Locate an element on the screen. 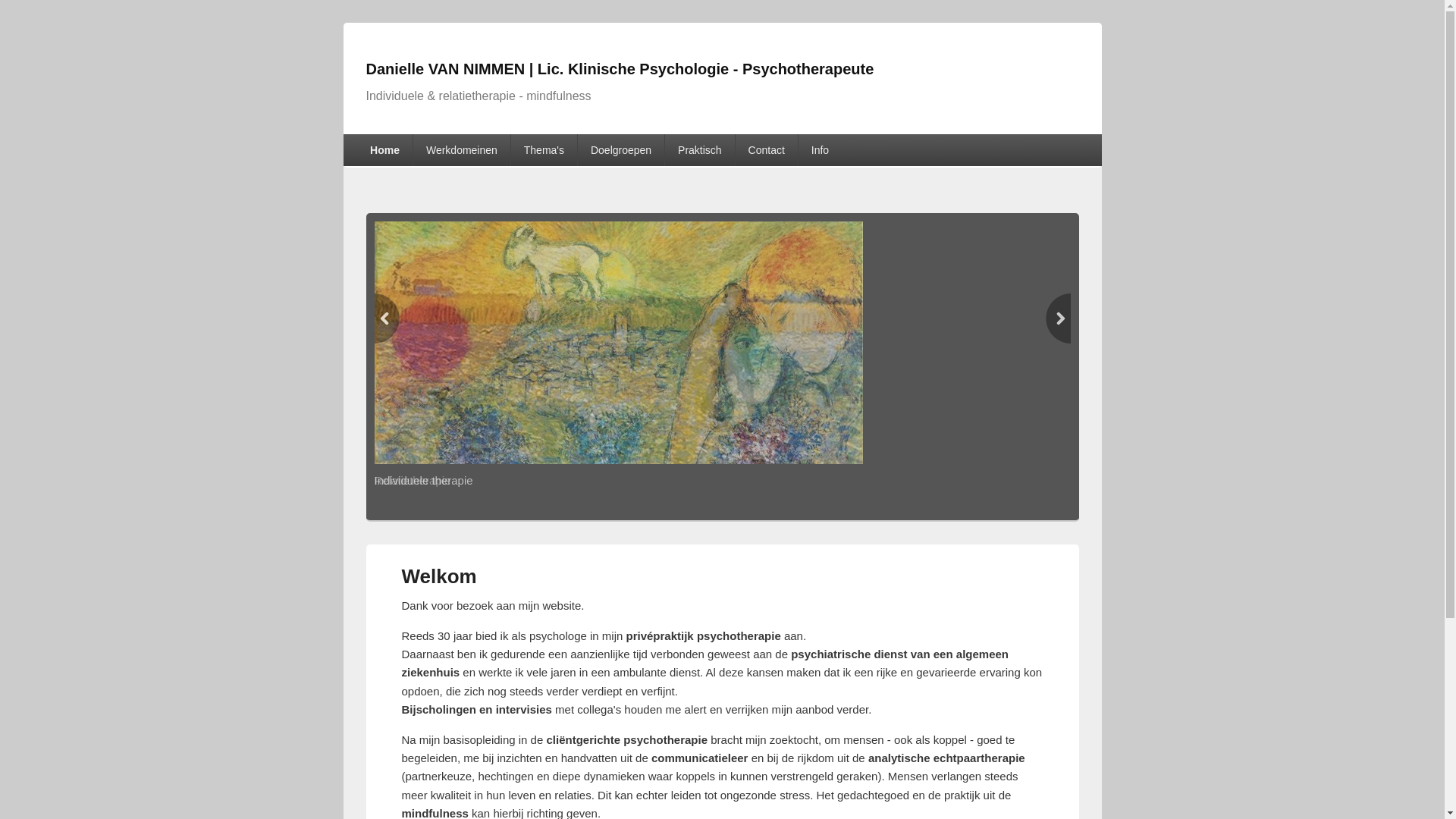 The width and height of the screenshot is (1456, 819). 'Werkdomeinen' is located at coordinates (461, 149).